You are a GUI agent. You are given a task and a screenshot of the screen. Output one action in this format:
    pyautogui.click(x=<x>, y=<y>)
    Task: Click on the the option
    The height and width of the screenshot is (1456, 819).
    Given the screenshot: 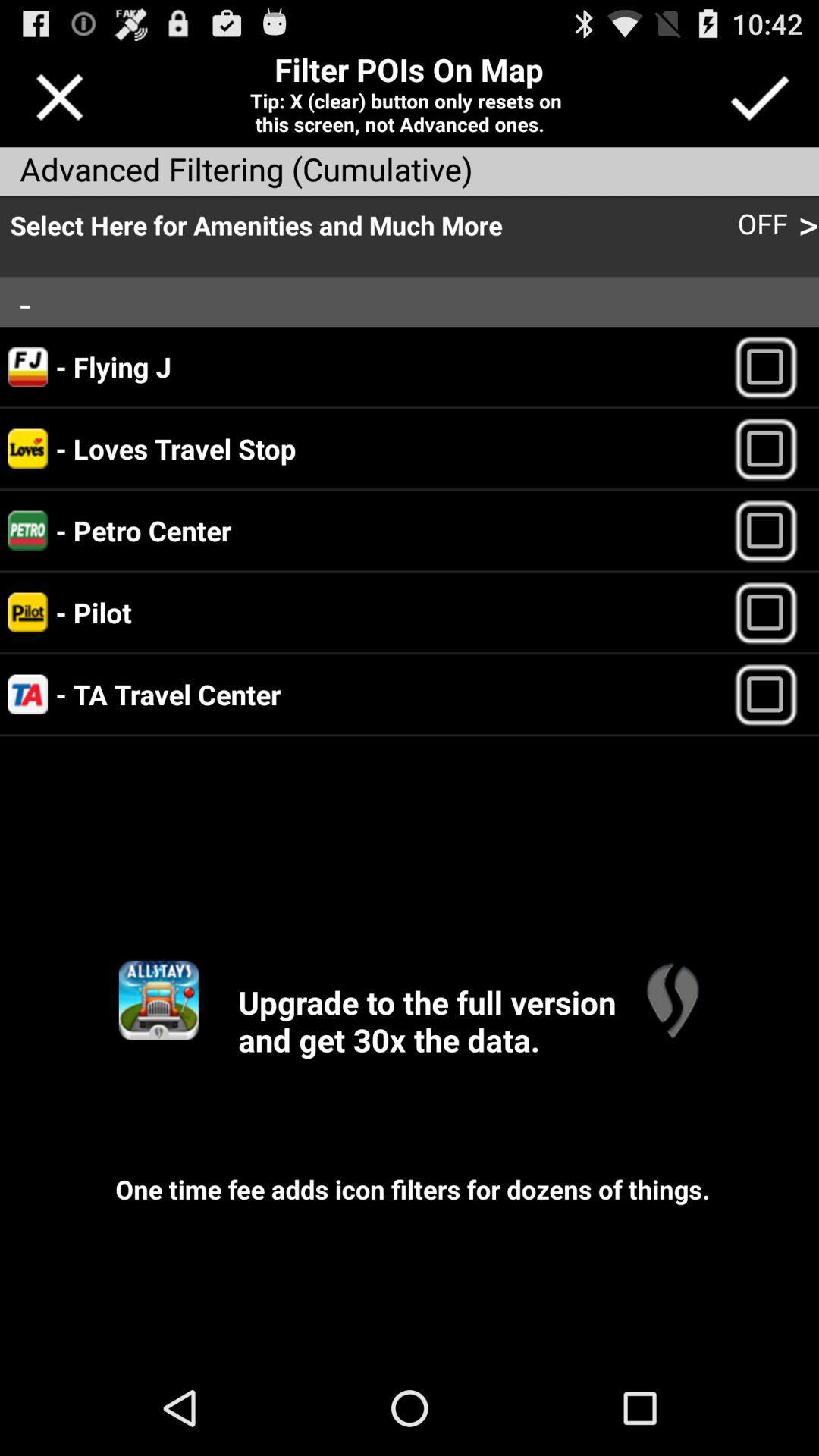 What is the action you would take?
    pyautogui.click(x=773, y=693)
    